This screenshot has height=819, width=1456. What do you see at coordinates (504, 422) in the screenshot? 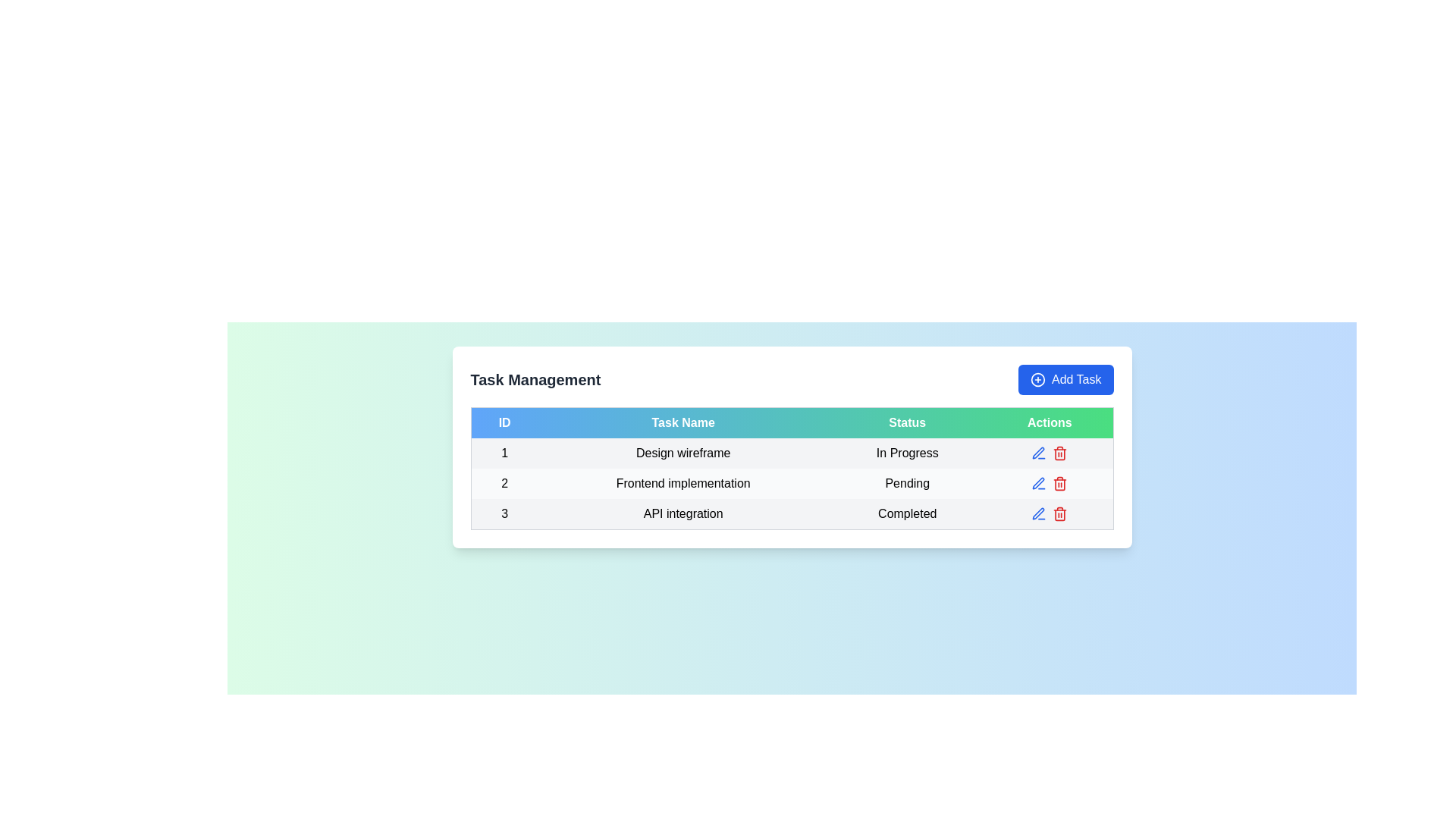
I see `the table header cell displaying the text 'ID', which is styled with padding and a light blue background, located at the top left of the data table` at bounding box center [504, 422].